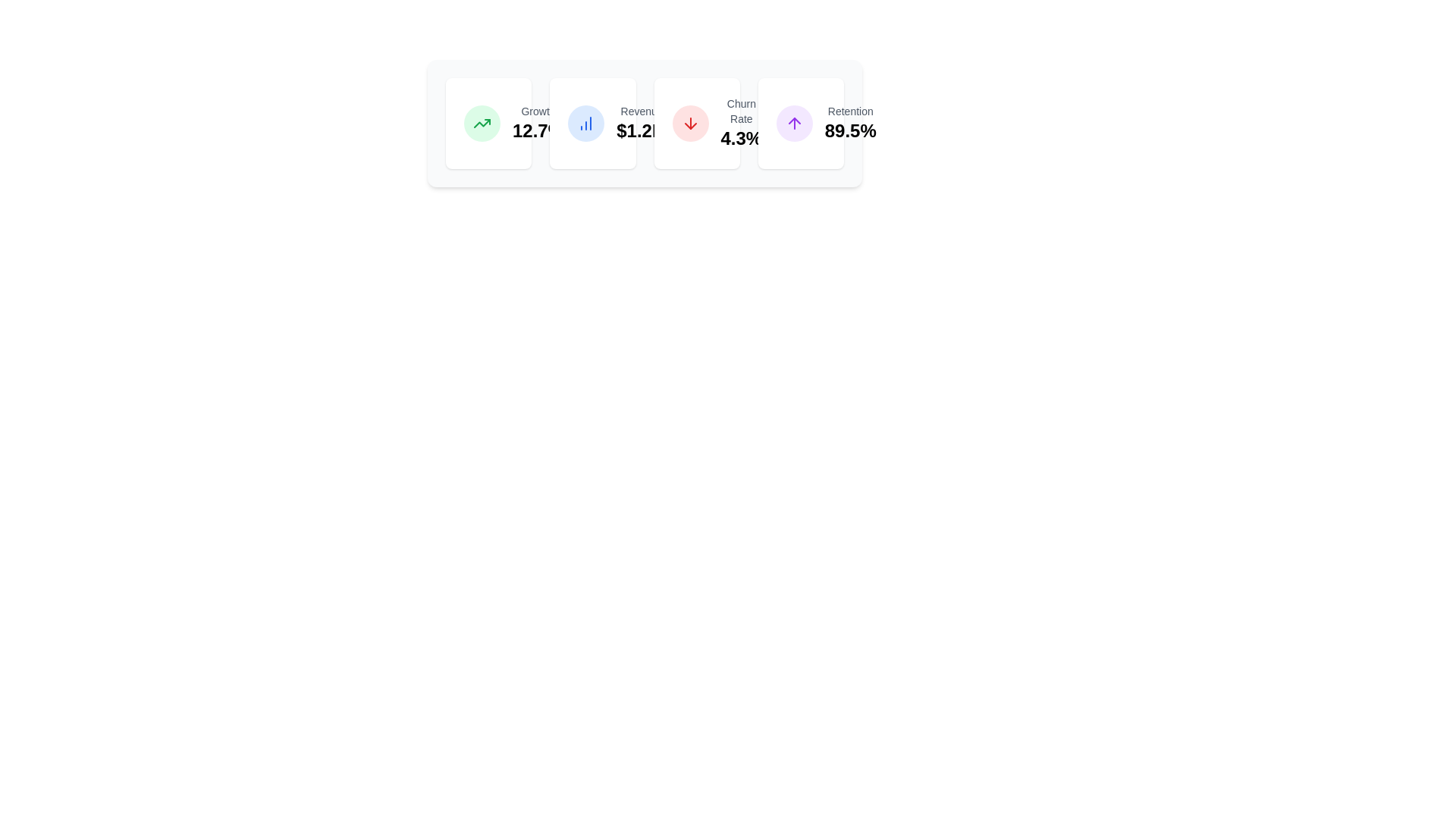 This screenshot has height=819, width=1456. I want to click on lower-left section of the upward arrow within the 'trending up' SVG icon for debugging purposes, so click(481, 122).